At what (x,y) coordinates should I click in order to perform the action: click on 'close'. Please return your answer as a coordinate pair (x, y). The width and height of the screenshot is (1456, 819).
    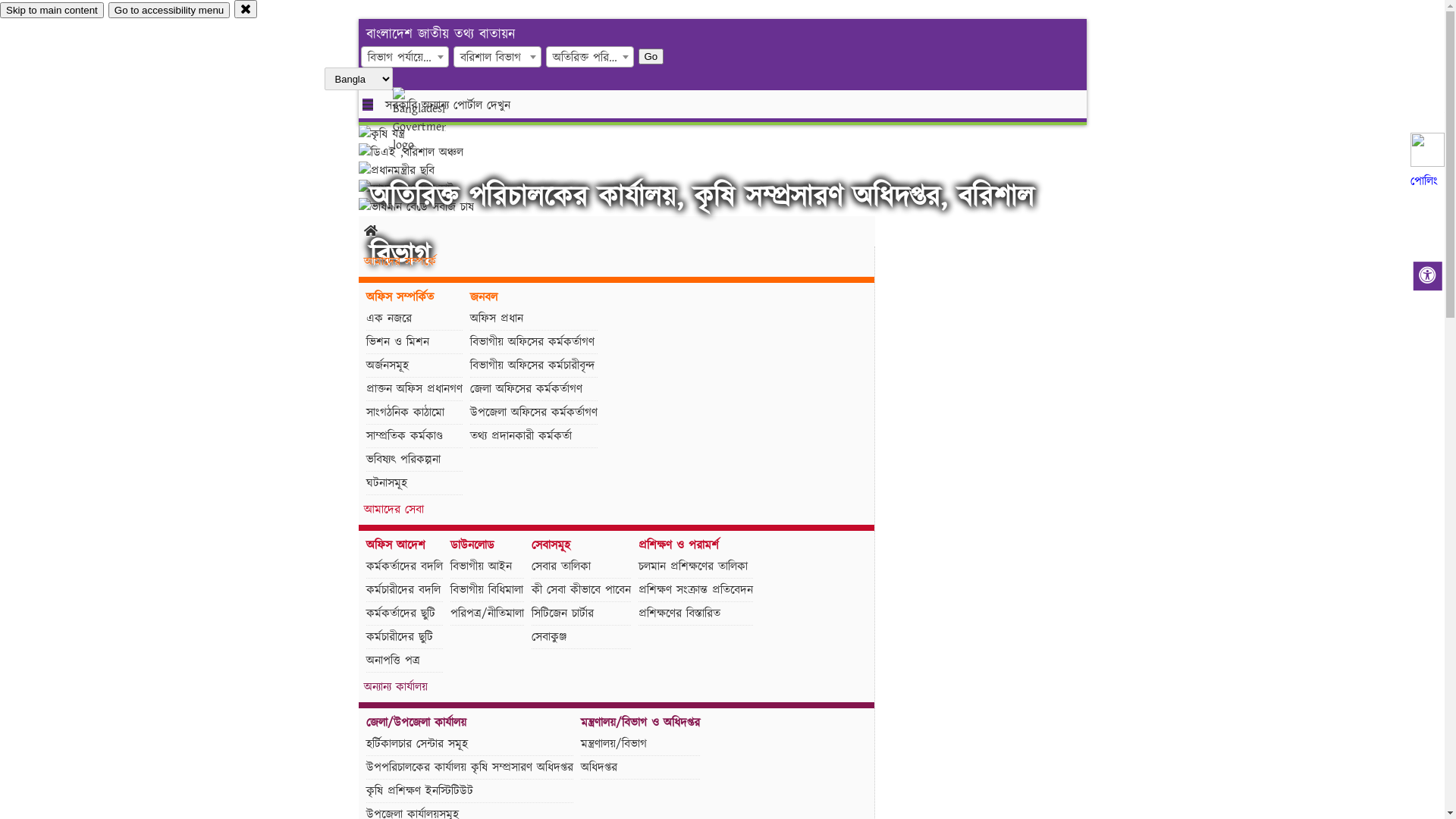
    Looking at the image, I should click on (233, 8).